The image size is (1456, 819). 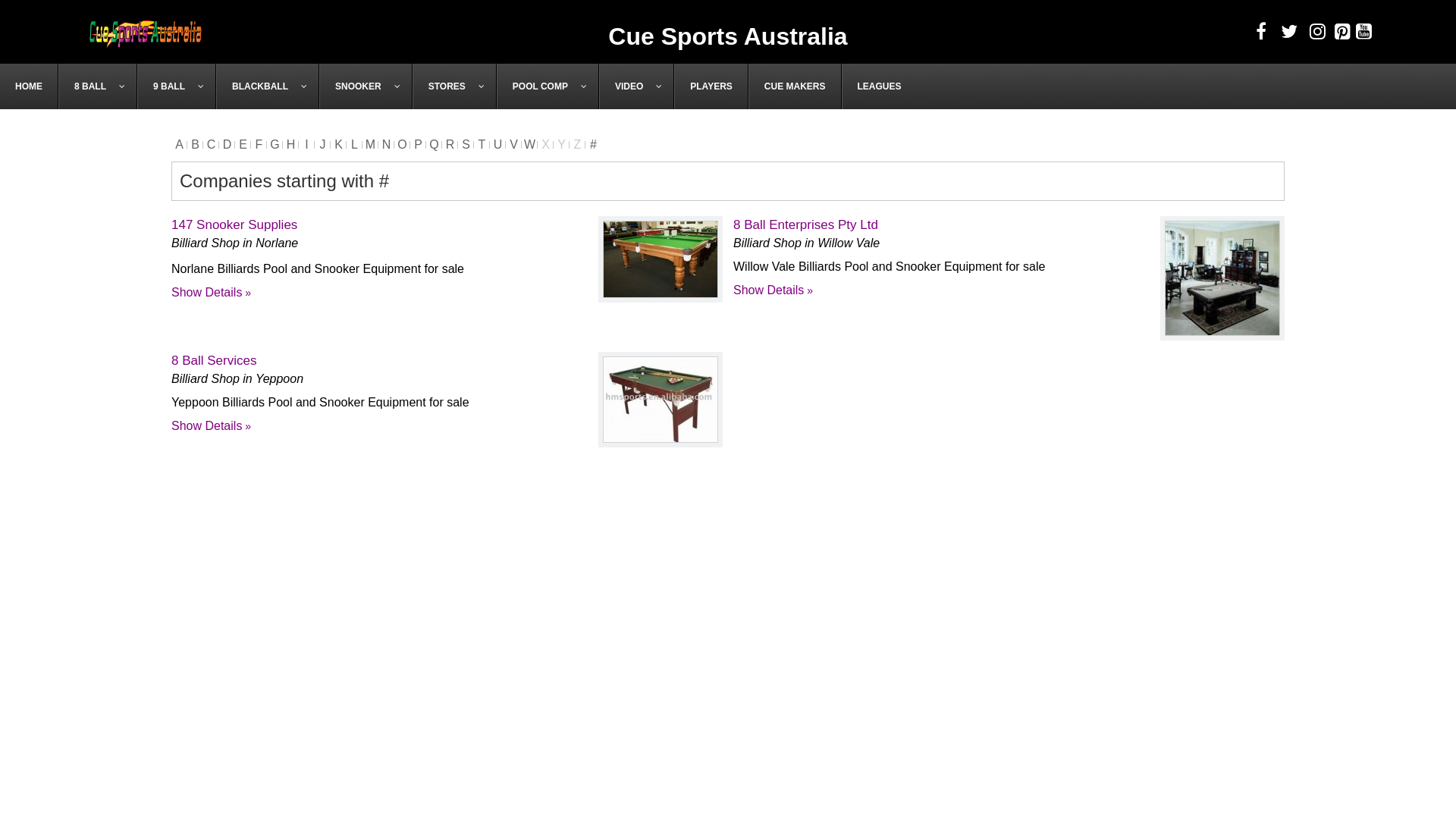 I want to click on 'P', so click(x=418, y=144).